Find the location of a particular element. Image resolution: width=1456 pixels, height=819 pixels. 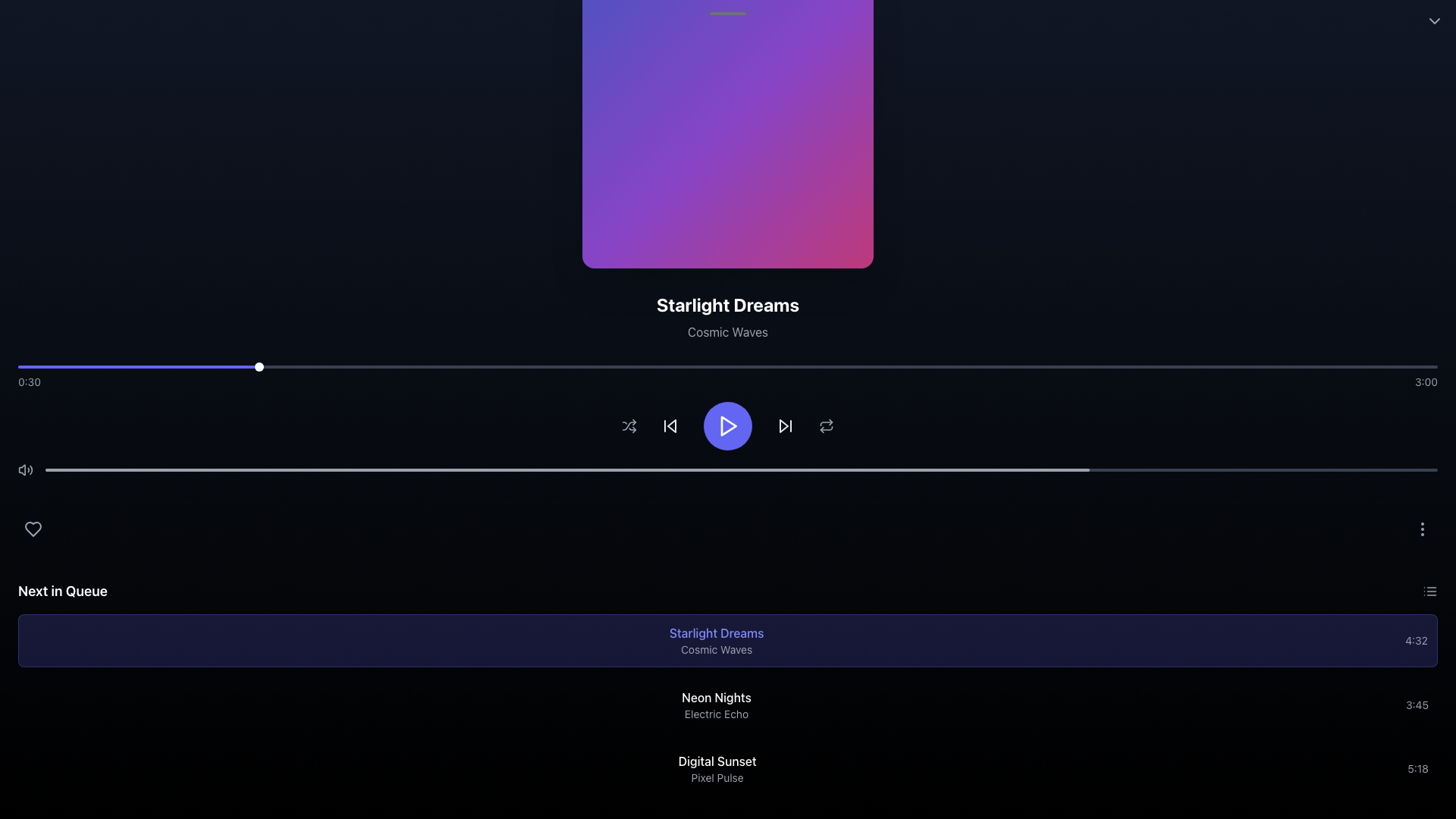

the playback progress is located at coordinates (156, 469).